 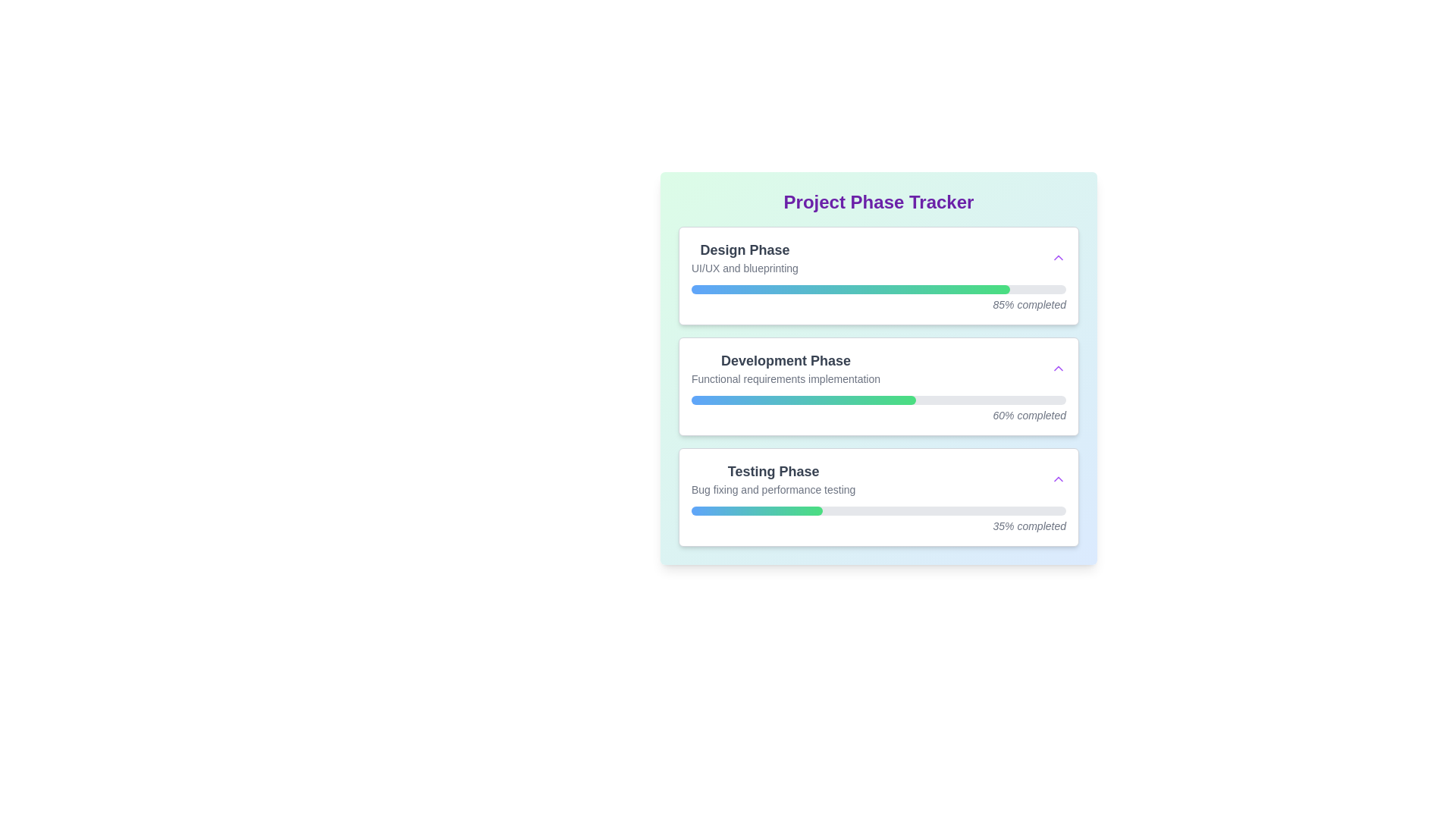 I want to click on the progress bar indicating '60% completed' in the 'Development Phase' card of the 'Project Phase Tracker' interface if it is actionable, so click(x=878, y=409).